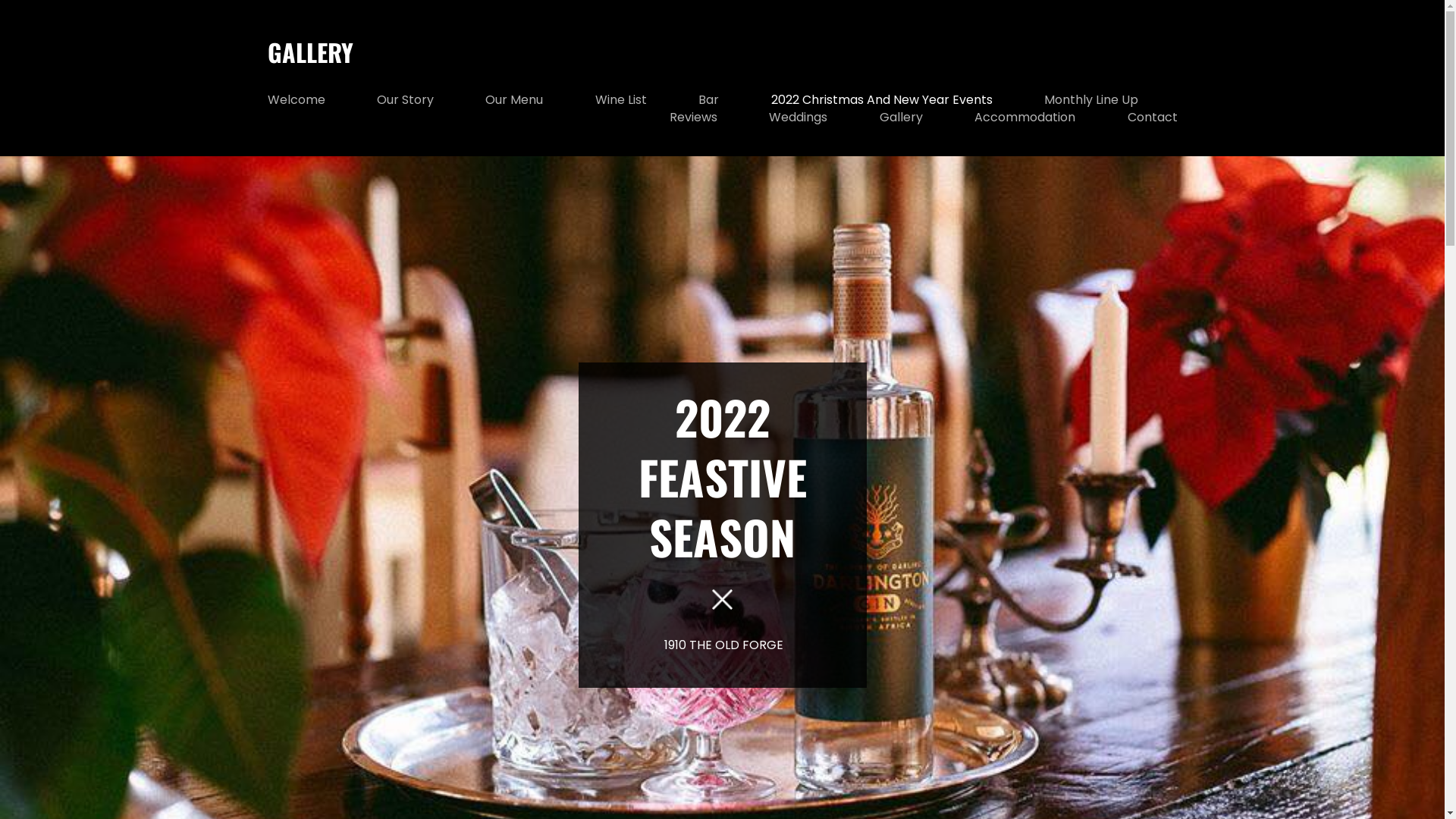 This screenshot has width=1456, height=819. I want to click on 'Contact', so click(1151, 116).